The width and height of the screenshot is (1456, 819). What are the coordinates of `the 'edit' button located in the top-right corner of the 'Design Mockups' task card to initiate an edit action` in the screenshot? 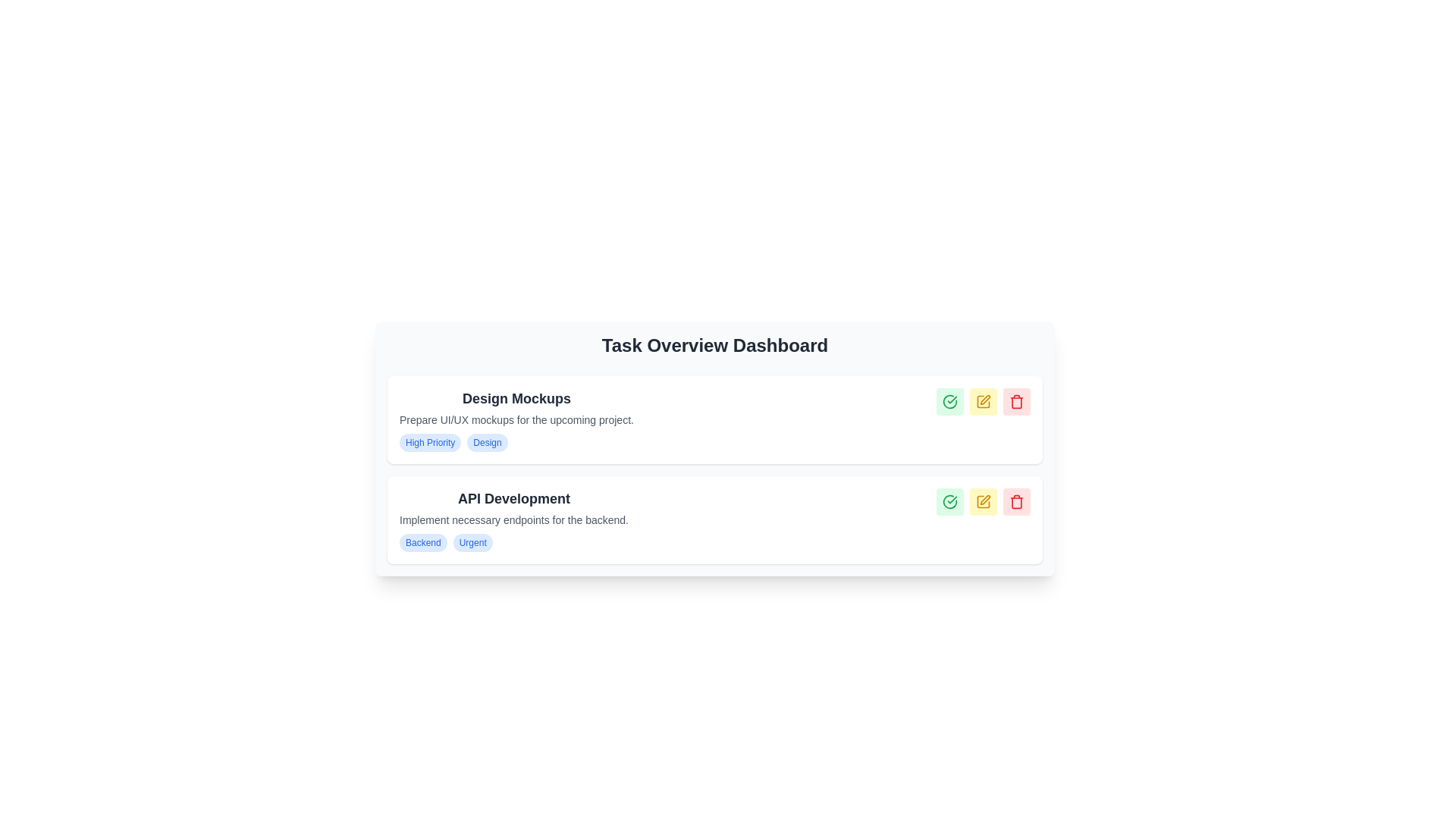 It's located at (983, 400).